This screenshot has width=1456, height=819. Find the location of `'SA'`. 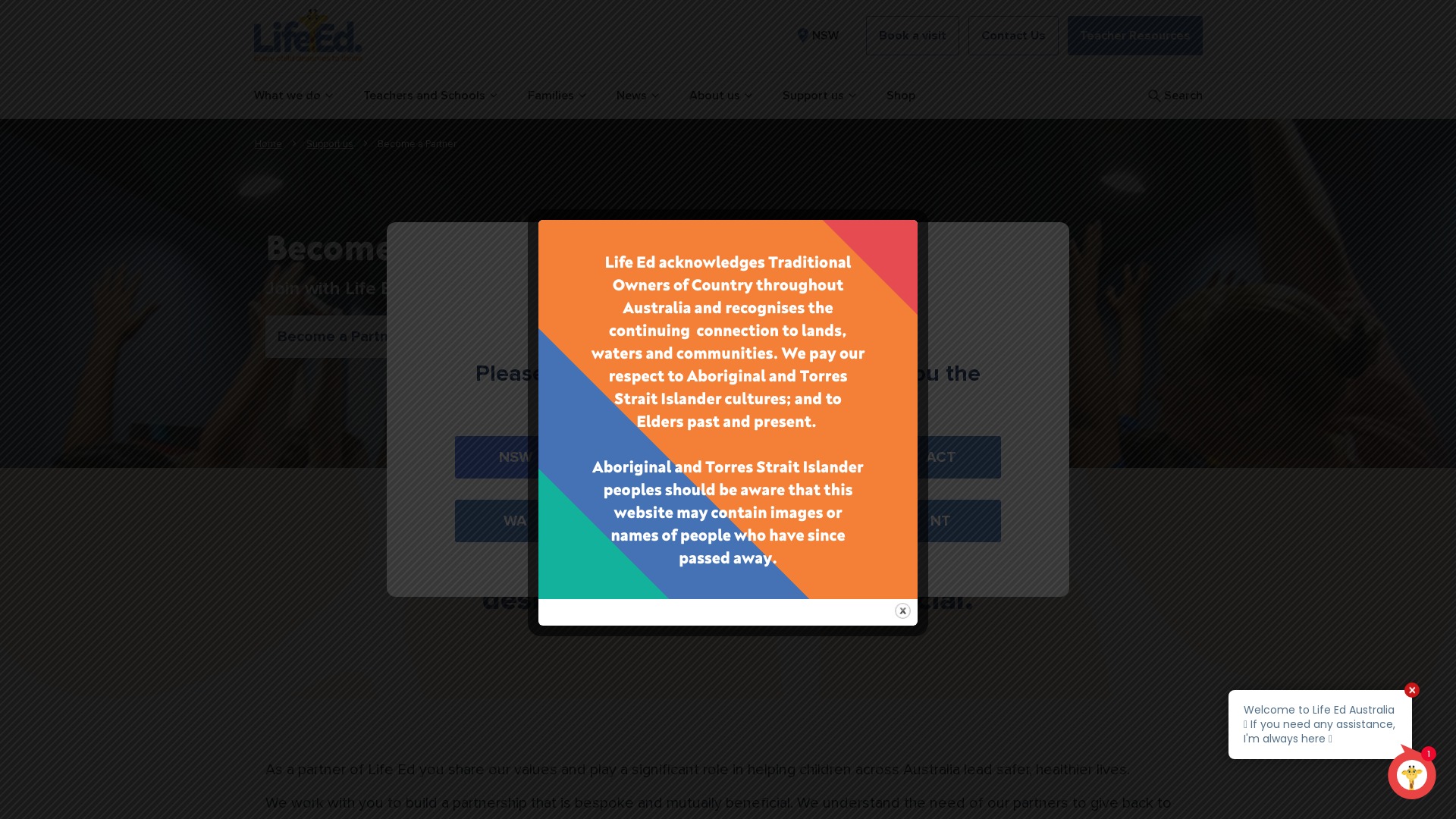

'SA' is located at coordinates (657, 519).